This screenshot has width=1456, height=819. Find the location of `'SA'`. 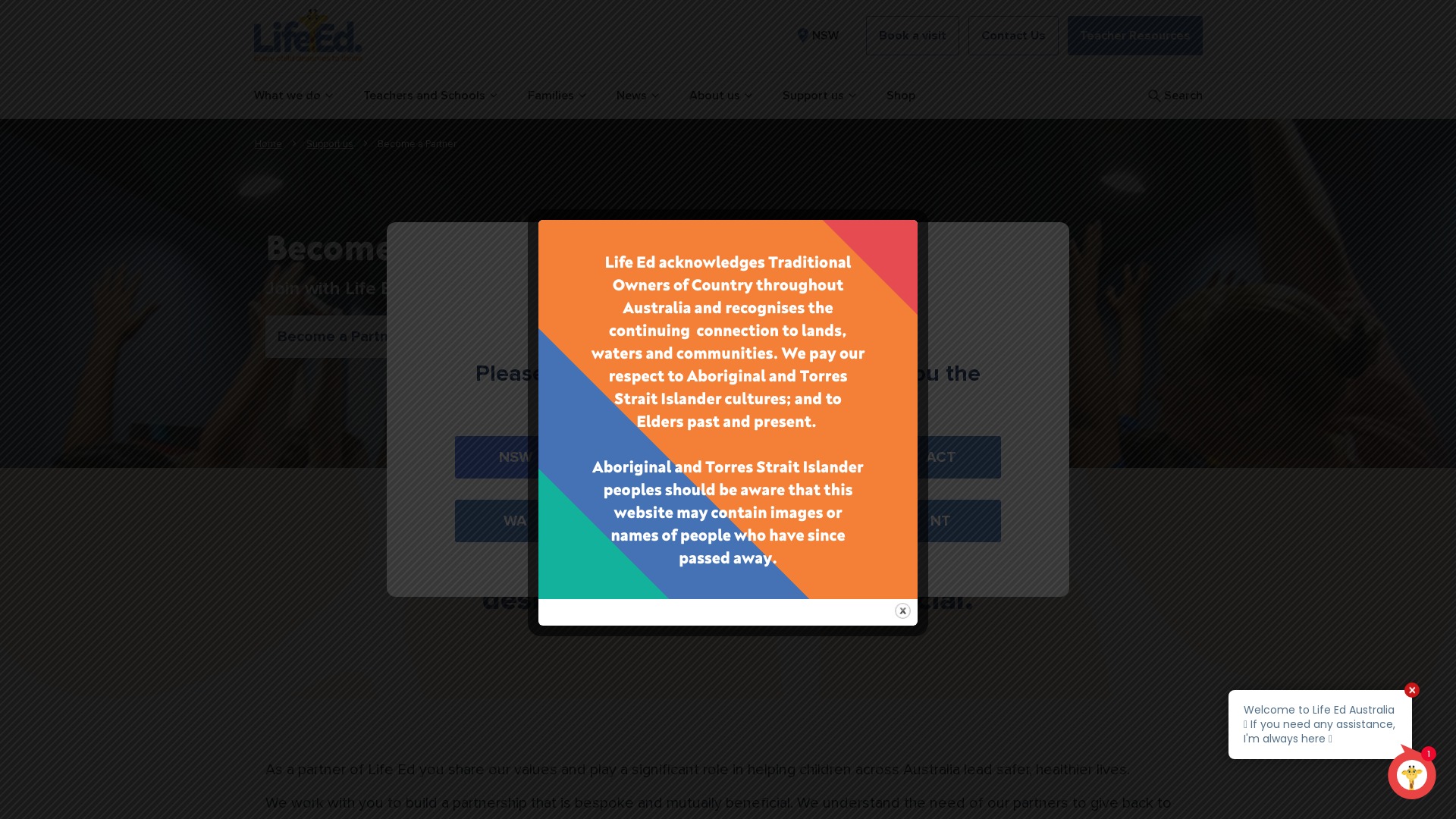

'SA' is located at coordinates (657, 519).